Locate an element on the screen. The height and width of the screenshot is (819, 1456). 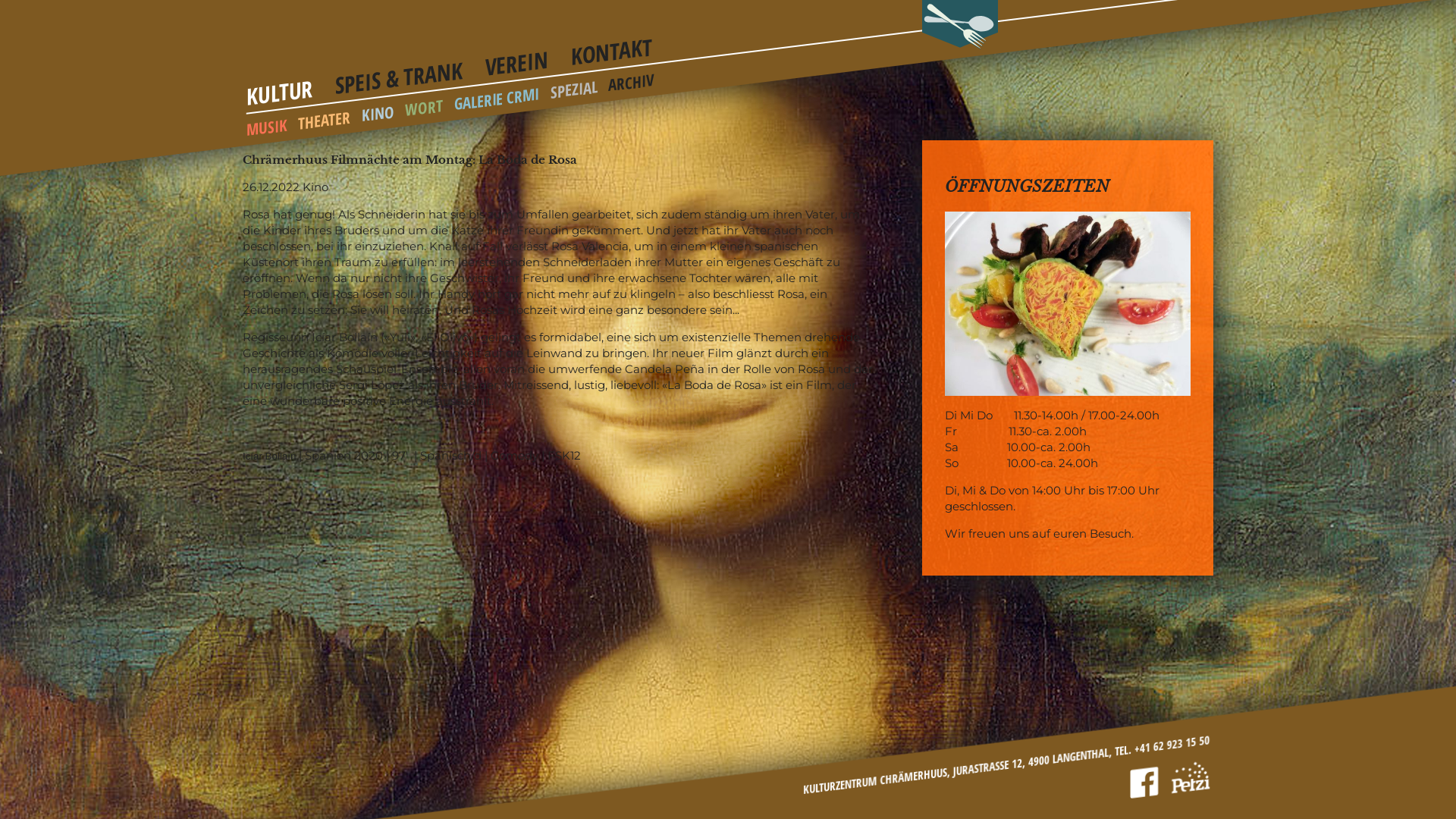
'VEREIN' is located at coordinates (516, 58).